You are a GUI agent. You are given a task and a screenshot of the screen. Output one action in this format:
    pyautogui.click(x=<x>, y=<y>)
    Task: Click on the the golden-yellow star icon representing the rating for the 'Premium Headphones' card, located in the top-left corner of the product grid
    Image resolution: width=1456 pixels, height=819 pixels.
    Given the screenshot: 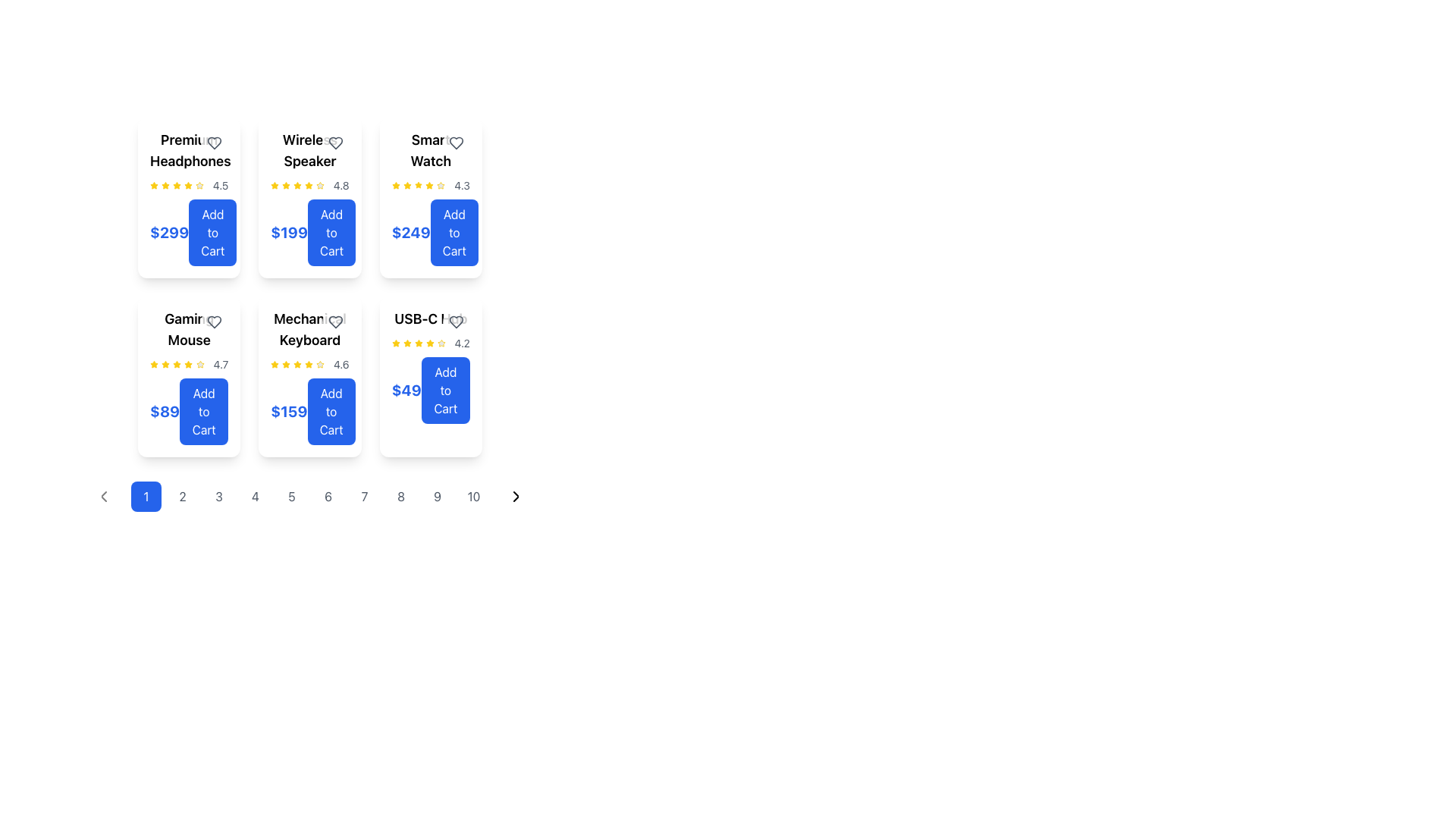 What is the action you would take?
    pyautogui.click(x=165, y=184)
    